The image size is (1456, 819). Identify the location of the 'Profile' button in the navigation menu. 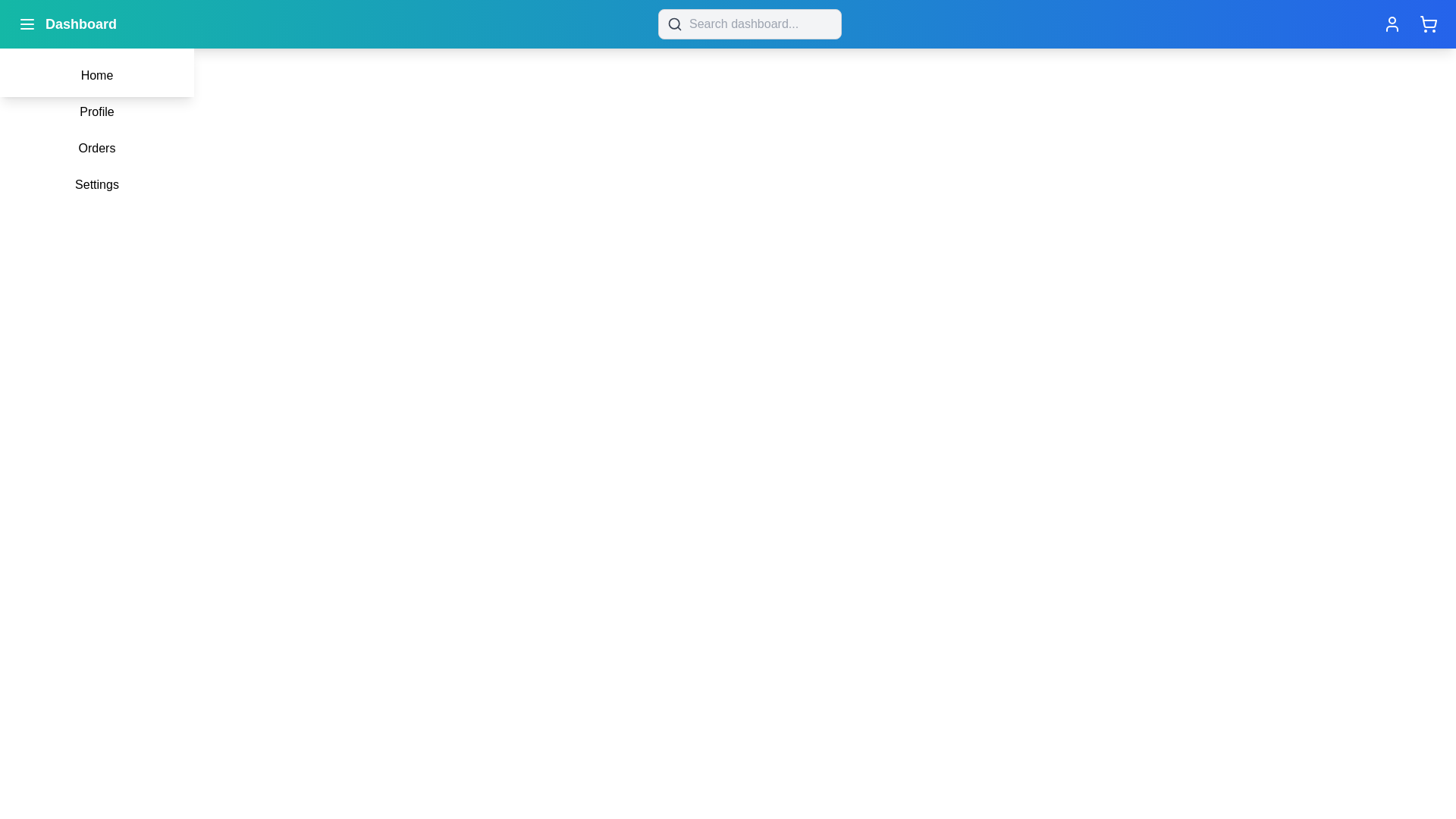
(96, 111).